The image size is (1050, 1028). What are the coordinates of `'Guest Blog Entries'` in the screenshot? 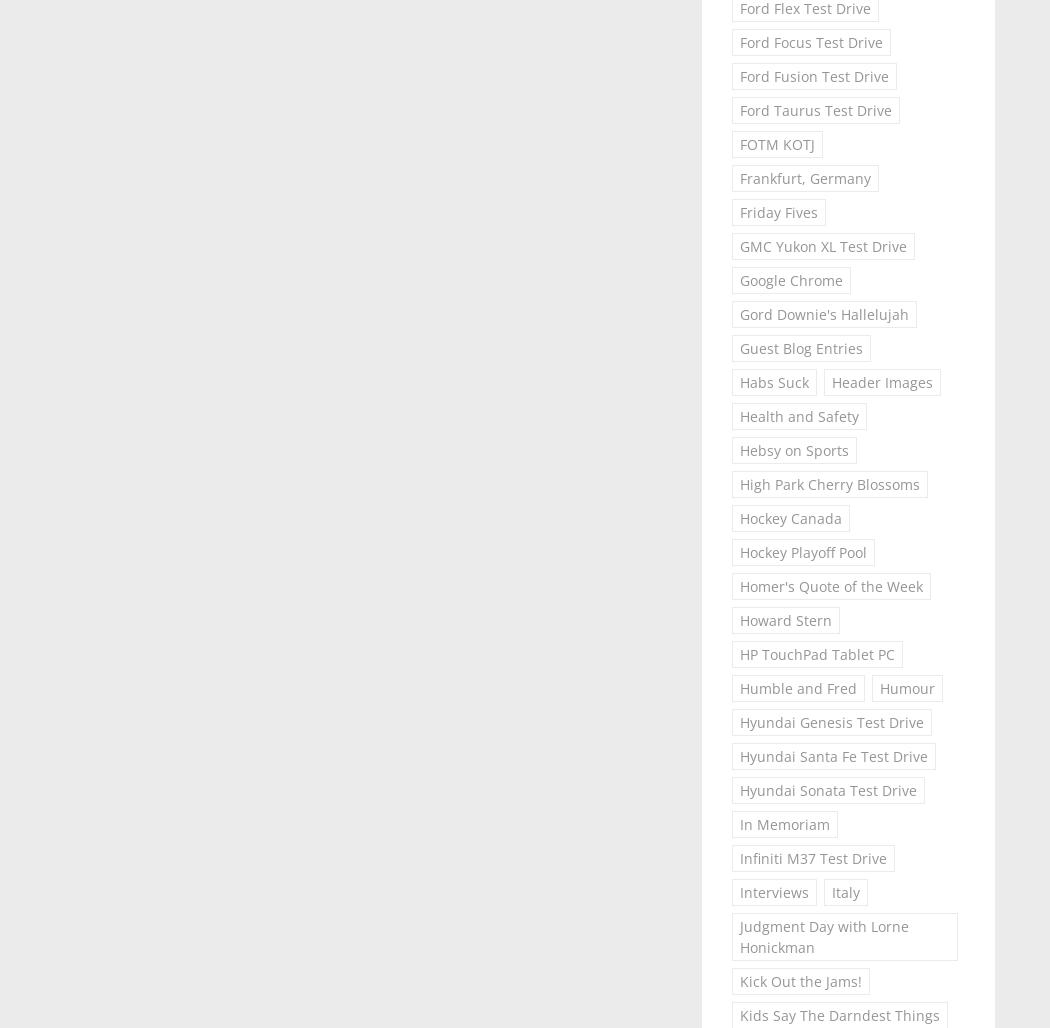 It's located at (799, 347).